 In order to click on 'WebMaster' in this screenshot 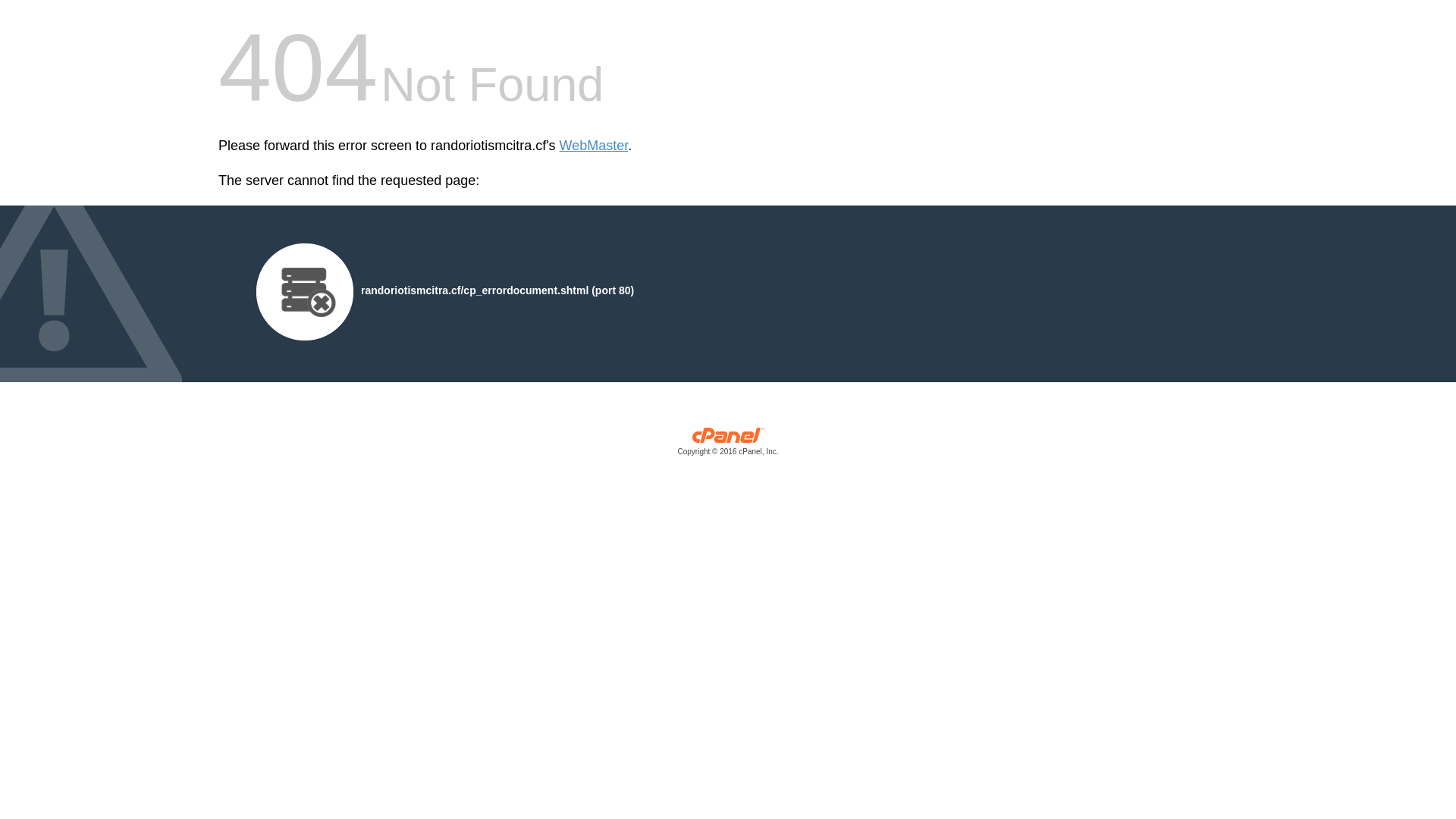, I will do `click(593, 146)`.